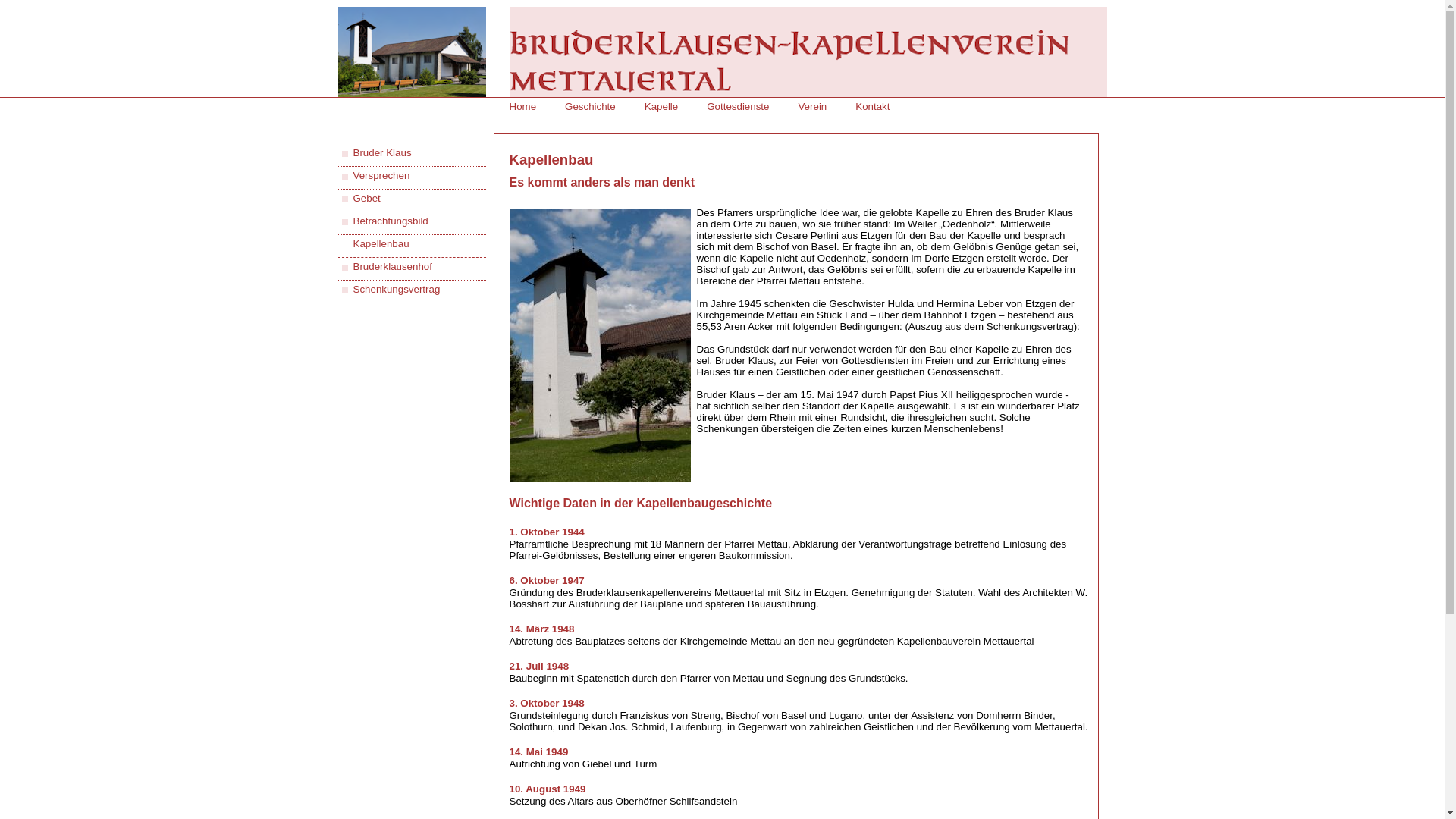 This screenshot has width=1456, height=819. Describe the element at coordinates (589, 105) in the screenshot. I see `'Geschichte'` at that location.